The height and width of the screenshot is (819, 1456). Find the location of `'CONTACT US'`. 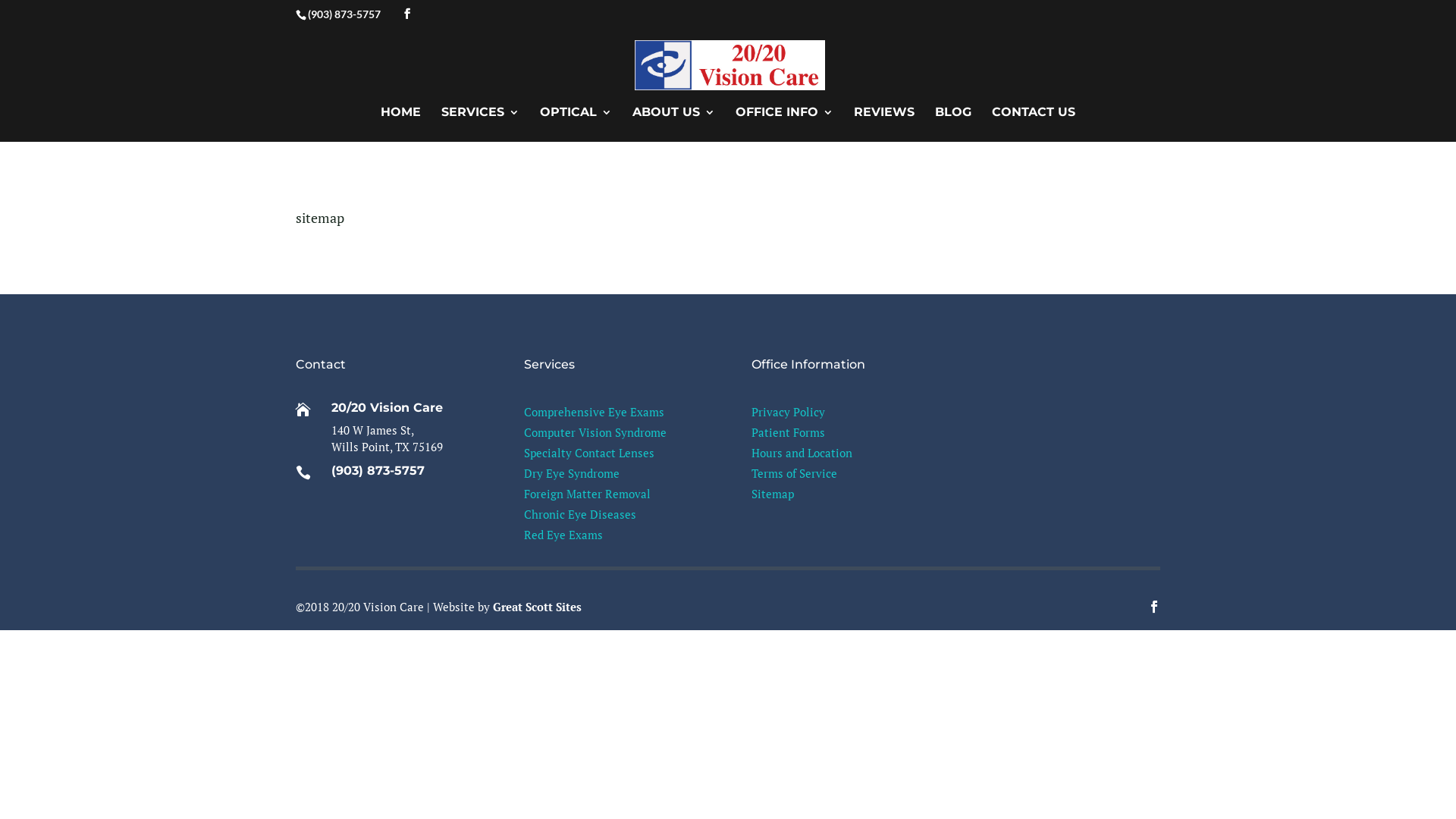

'CONTACT US' is located at coordinates (992, 124).